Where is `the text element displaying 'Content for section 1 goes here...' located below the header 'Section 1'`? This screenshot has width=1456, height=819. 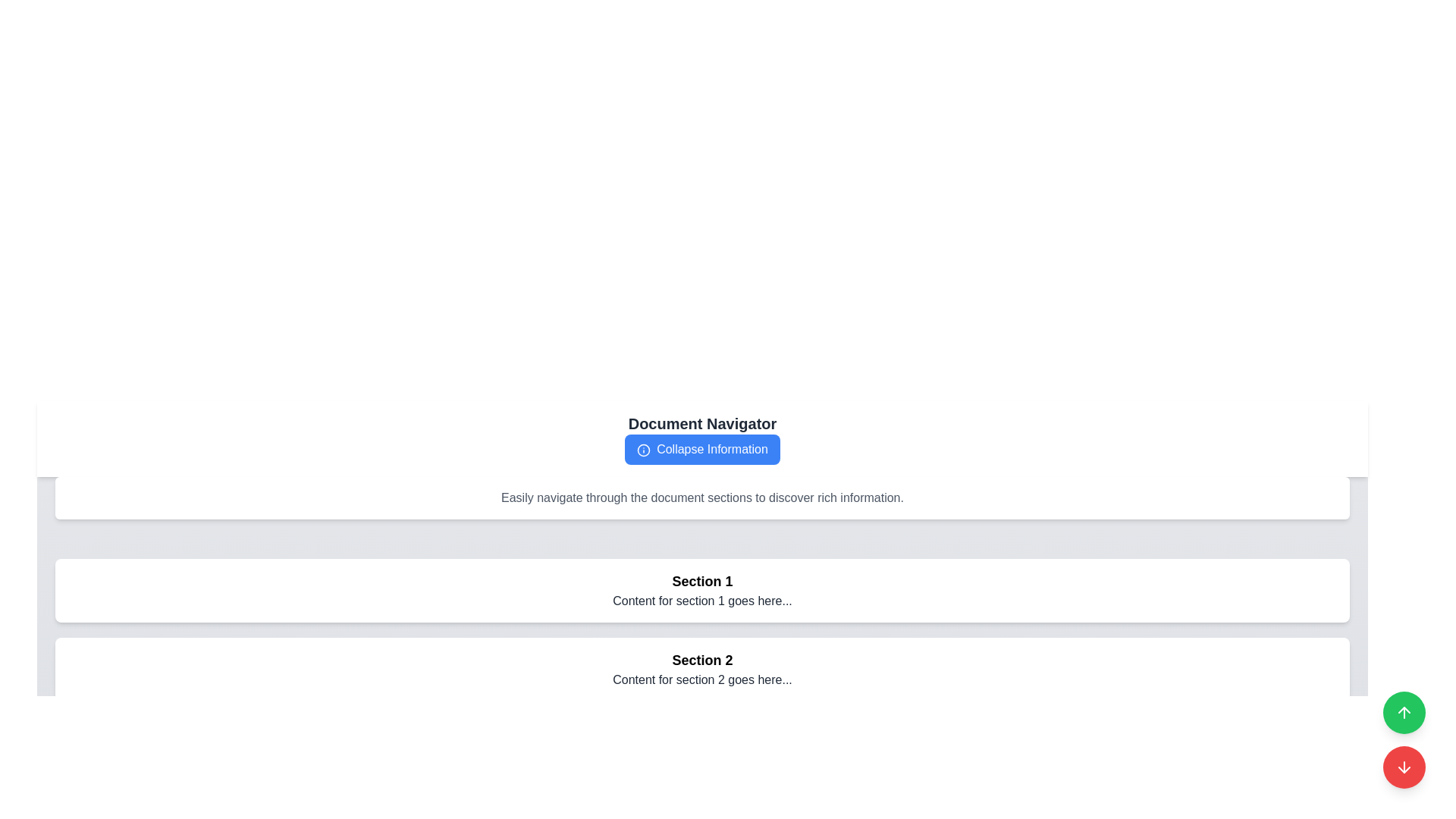 the text element displaying 'Content for section 1 goes here...' located below the header 'Section 1' is located at coordinates (701, 601).